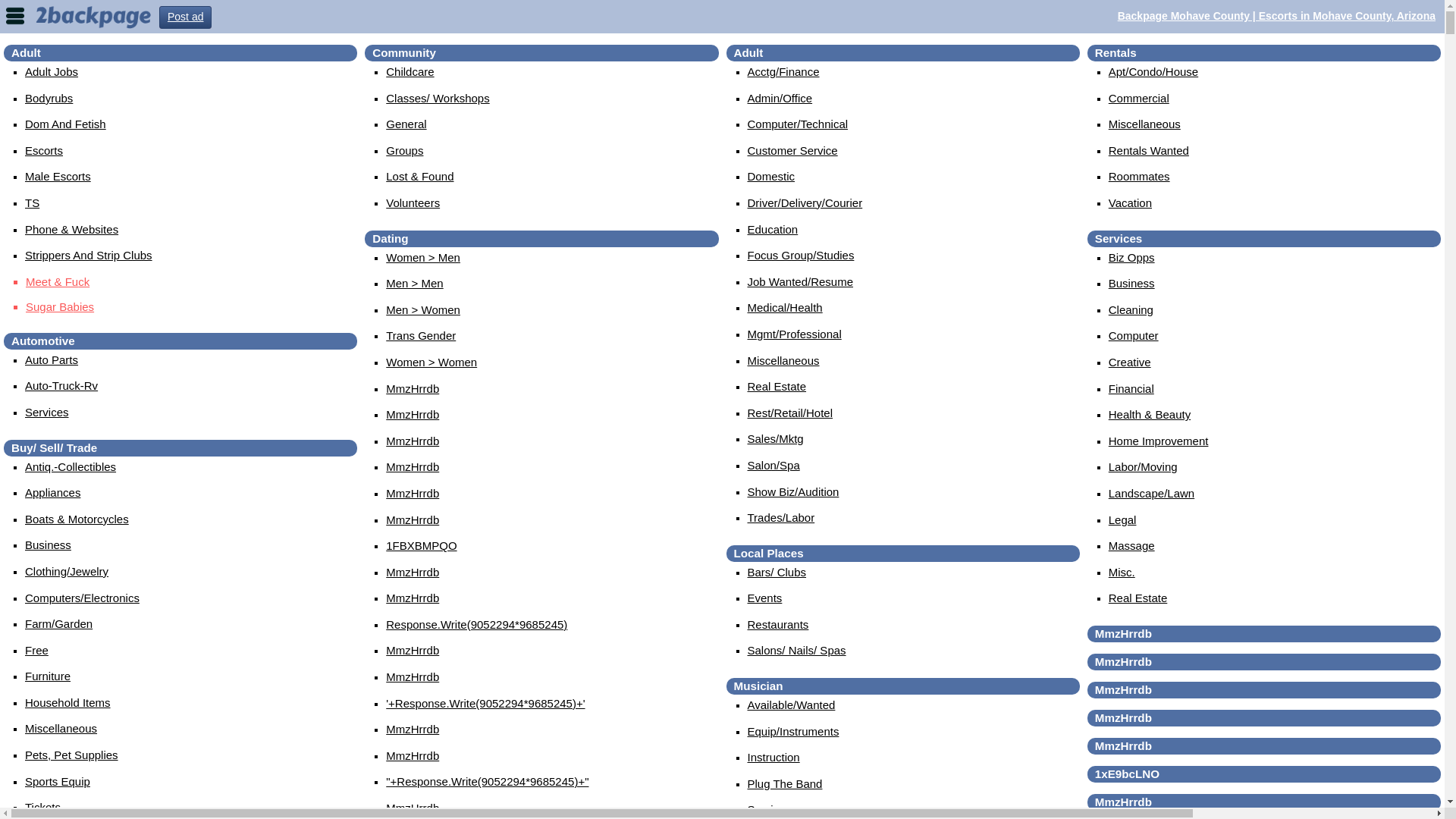  Describe the element at coordinates (76, 518) in the screenshot. I see `'Boats & Motorcycles'` at that location.